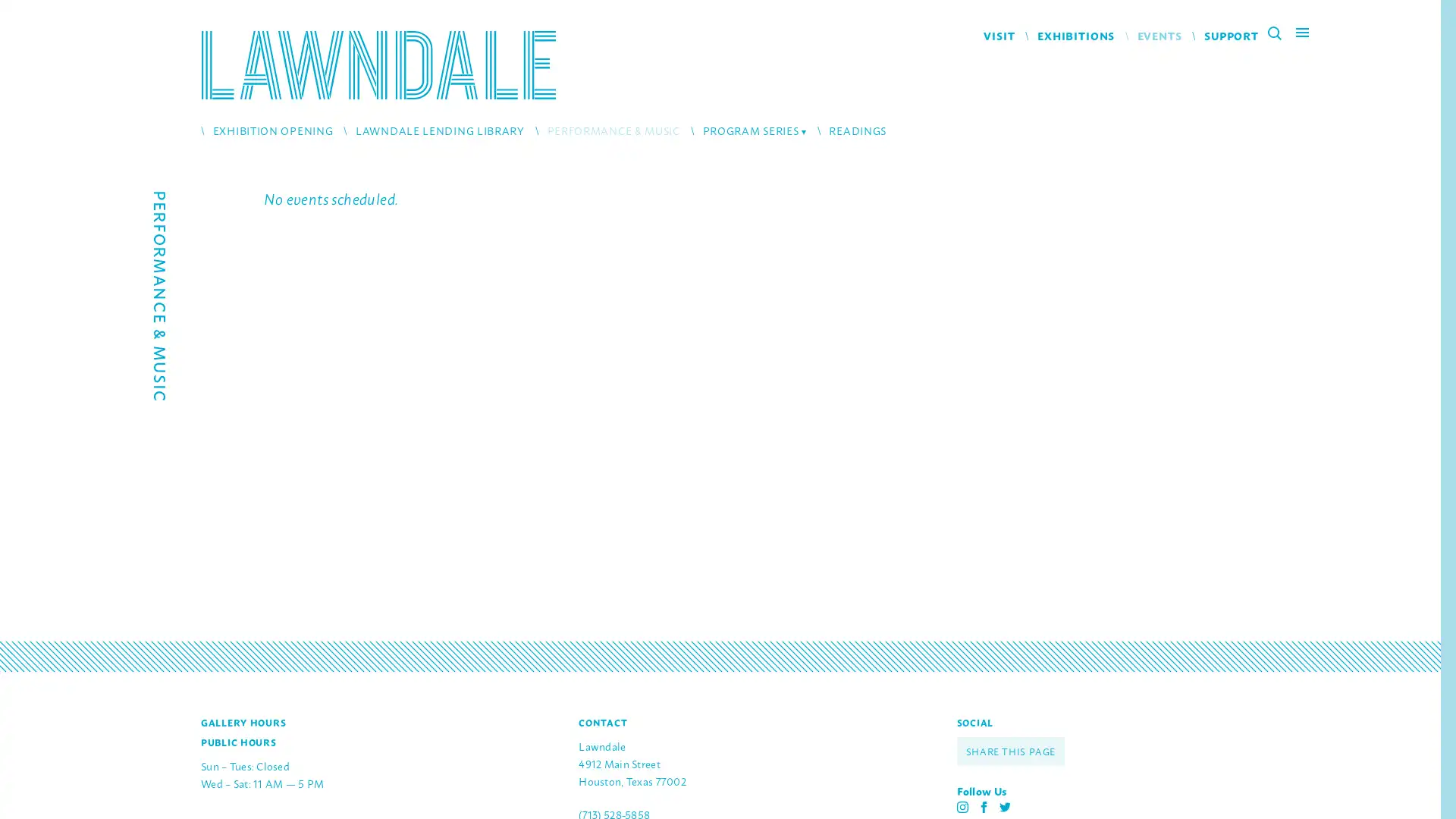  I want to click on Search, so click(1279, 35).